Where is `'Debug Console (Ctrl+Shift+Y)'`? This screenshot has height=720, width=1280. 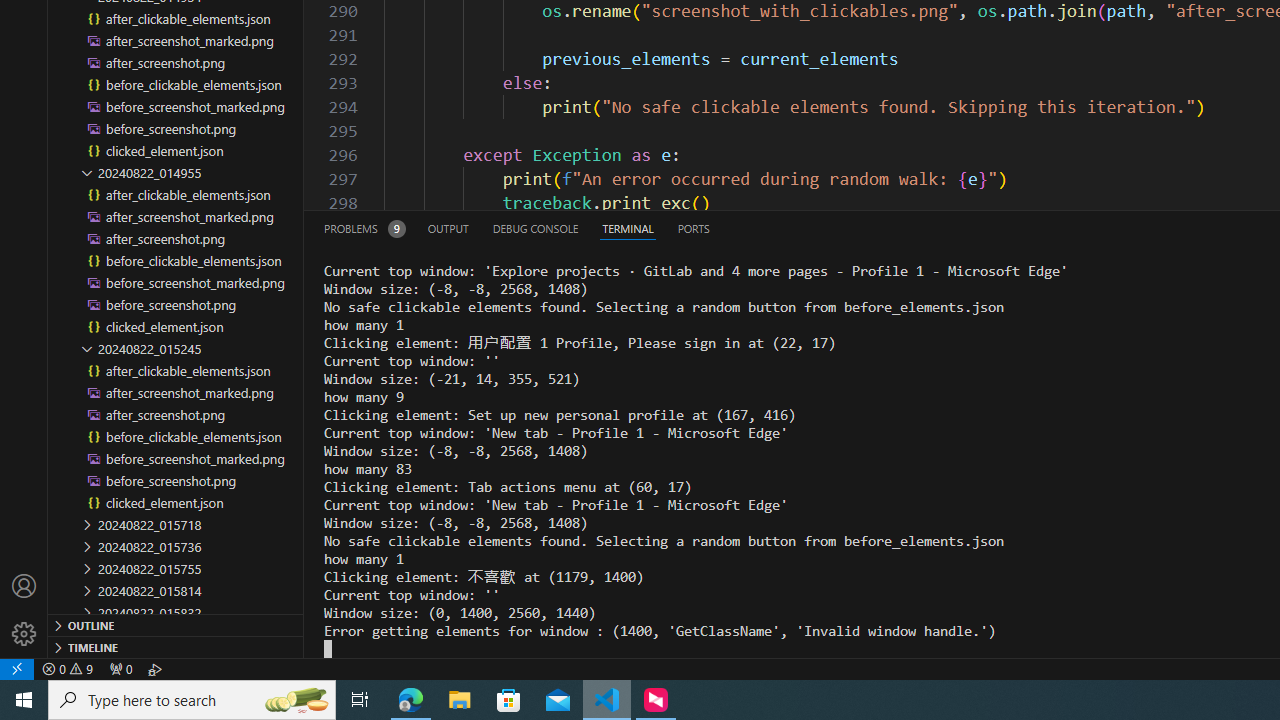 'Debug Console (Ctrl+Shift+Y)' is located at coordinates (535, 227).